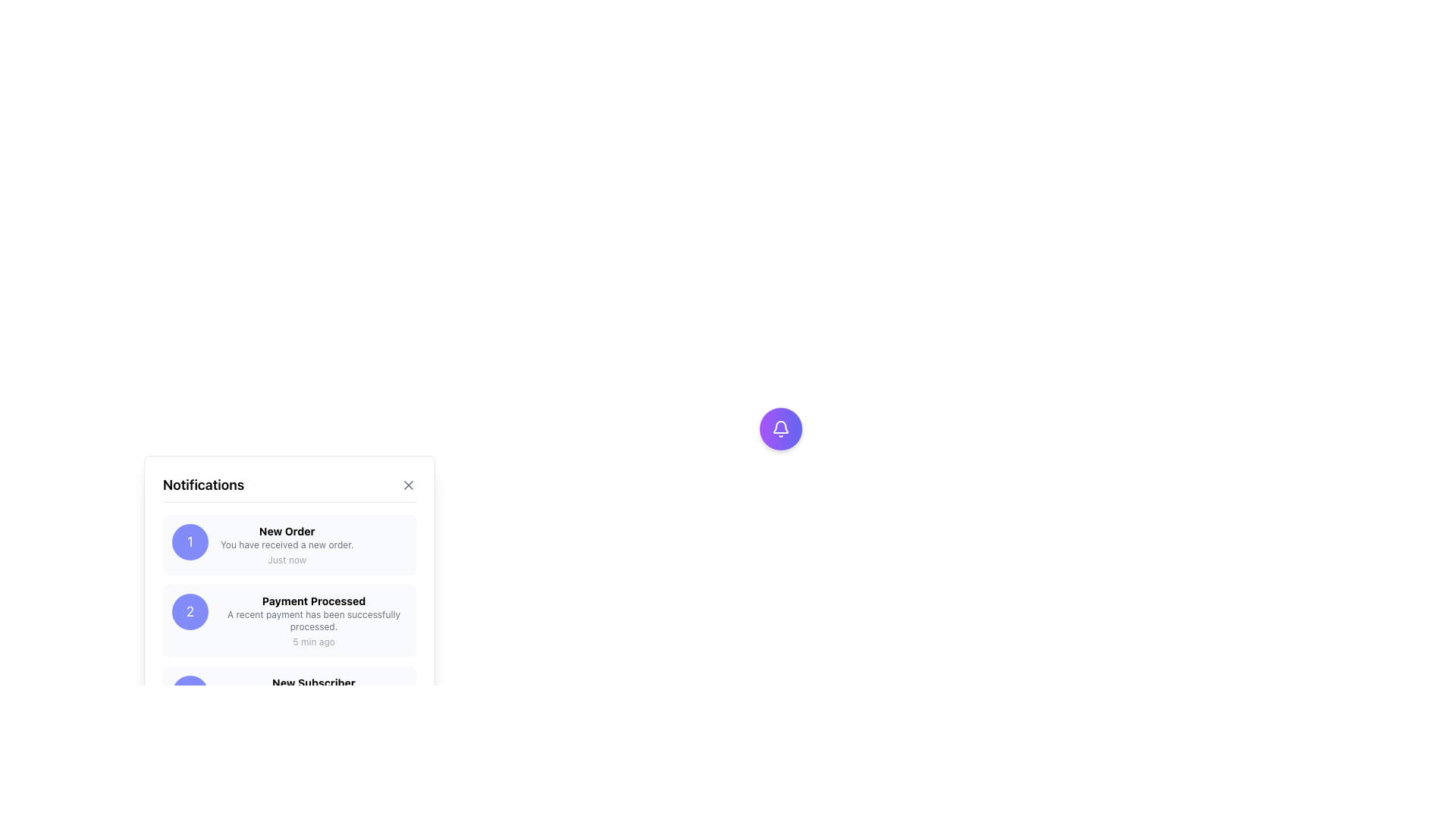  What do you see at coordinates (312, 683) in the screenshot?
I see `the 'New Subscriber' text label in the notification card` at bounding box center [312, 683].